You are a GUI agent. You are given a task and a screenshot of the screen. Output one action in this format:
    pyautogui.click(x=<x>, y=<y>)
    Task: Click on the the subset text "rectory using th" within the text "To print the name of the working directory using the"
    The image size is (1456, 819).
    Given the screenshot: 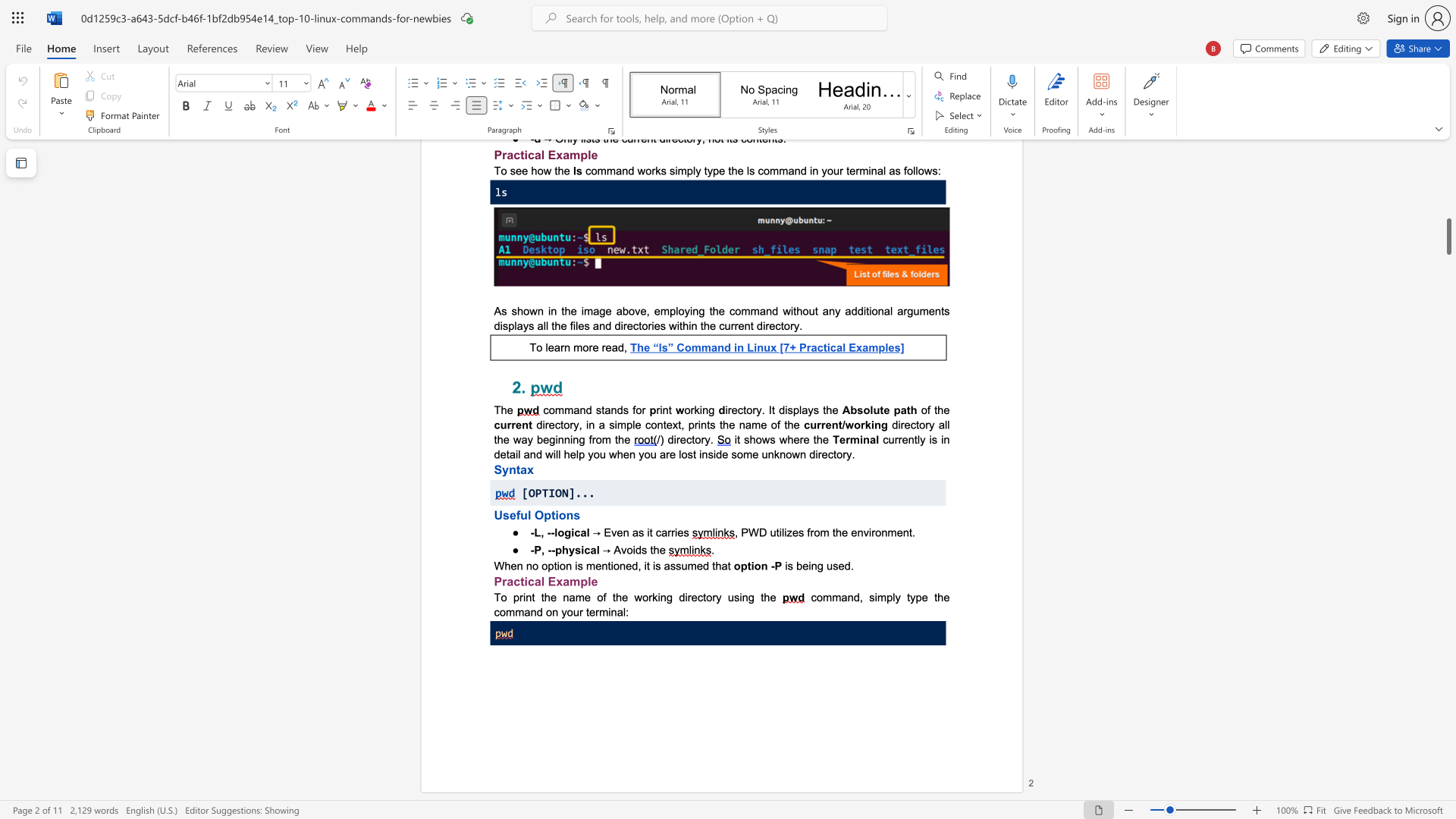 What is the action you would take?
    pyautogui.click(x=686, y=596)
    